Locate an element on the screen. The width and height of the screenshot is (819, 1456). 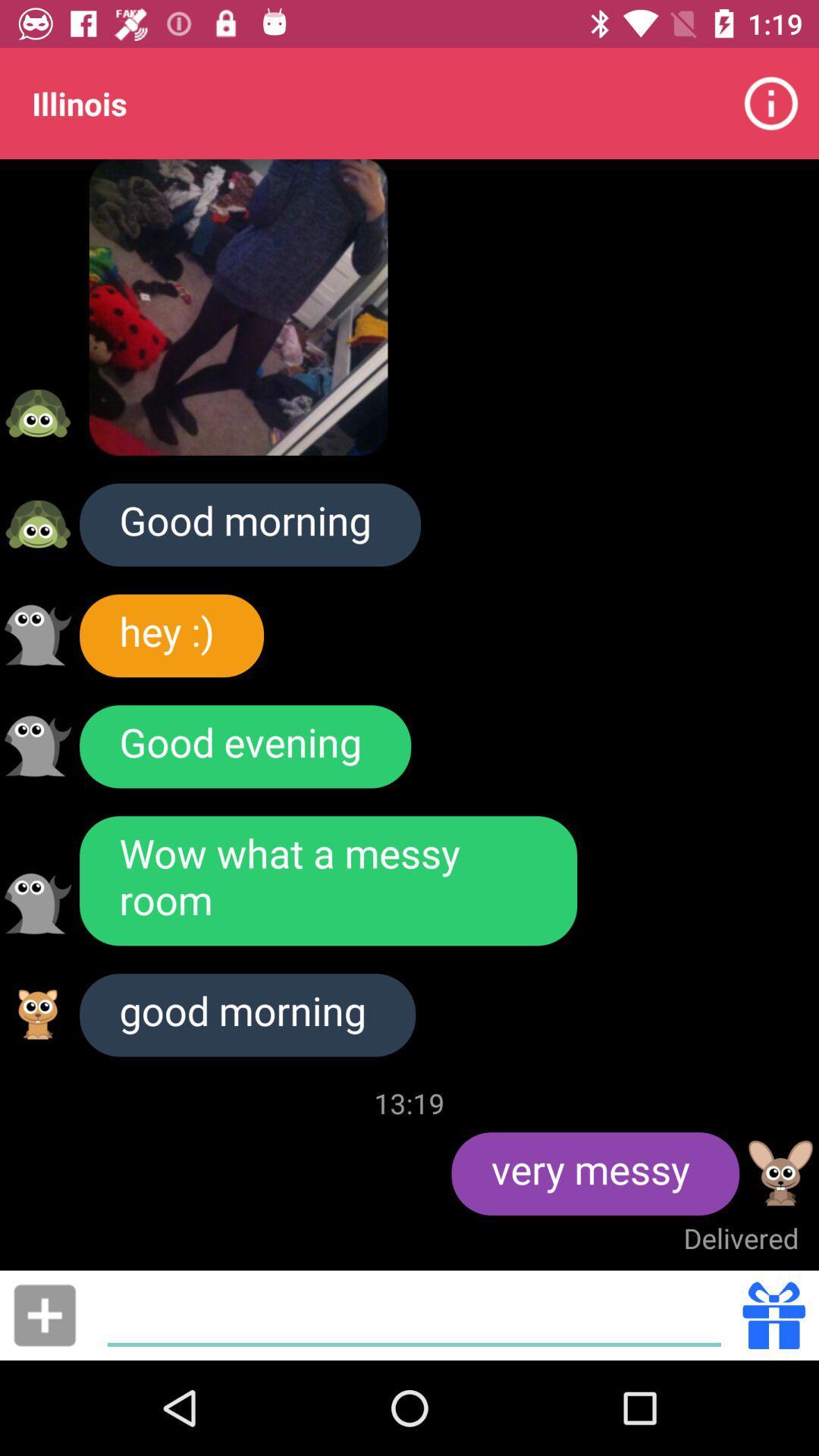
this emoji is located at coordinates (780, 1172).